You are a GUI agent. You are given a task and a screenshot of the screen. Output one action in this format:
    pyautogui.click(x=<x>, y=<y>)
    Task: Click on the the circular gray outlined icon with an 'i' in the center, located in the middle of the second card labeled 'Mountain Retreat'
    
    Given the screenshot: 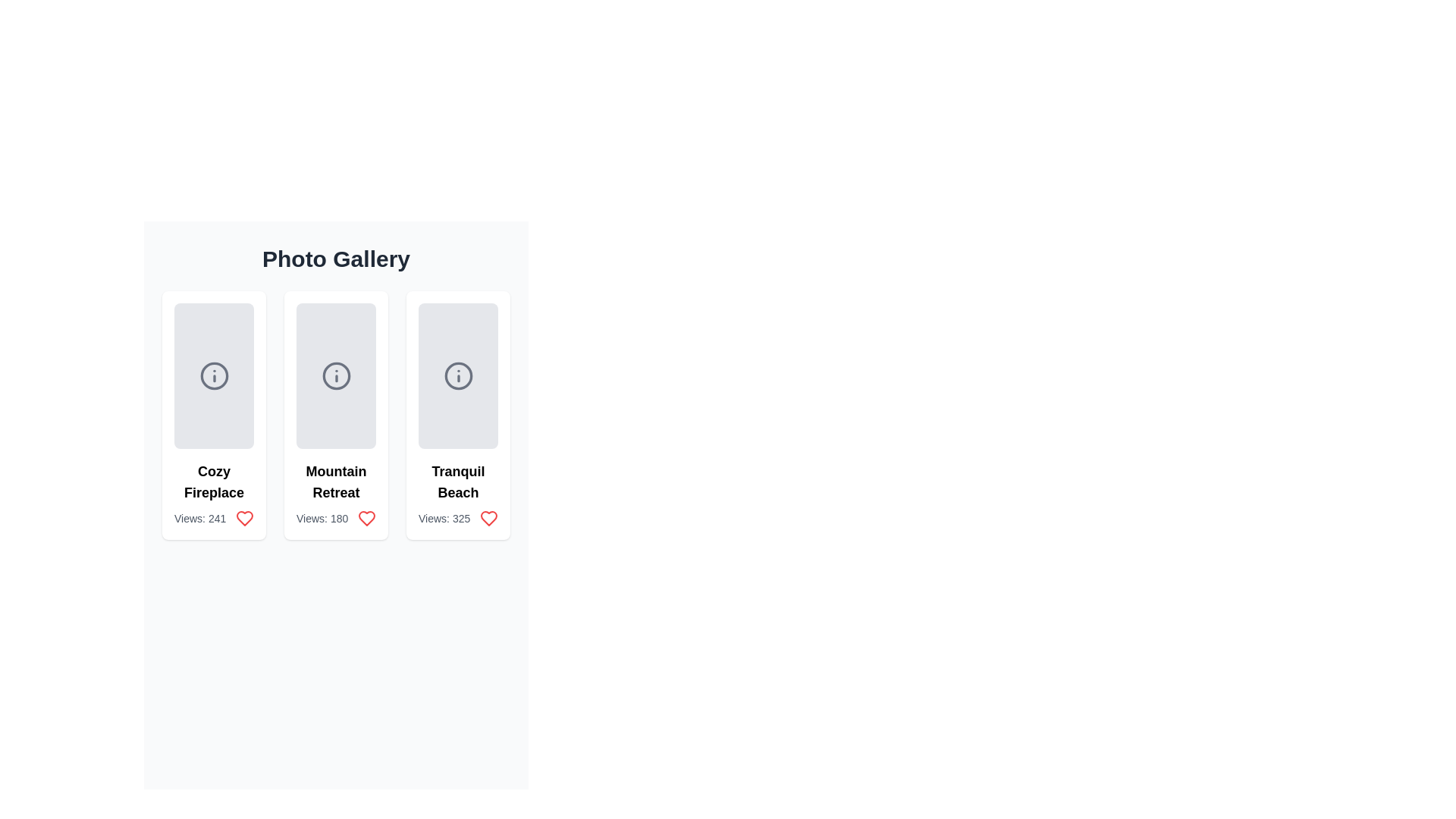 What is the action you would take?
    pyautogui.click(x=335, y=375)
    